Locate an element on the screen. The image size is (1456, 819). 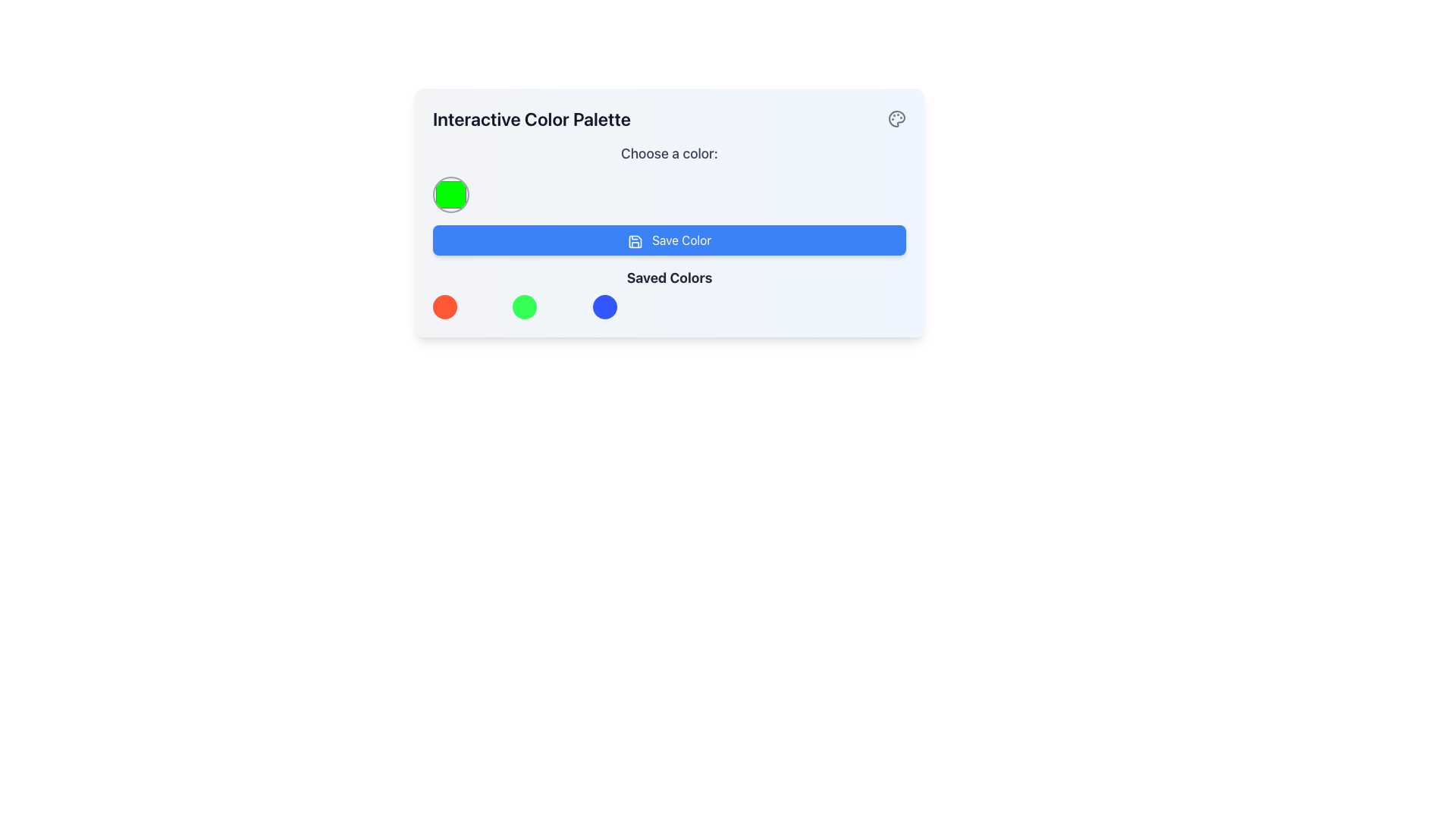
the save icon located to the left of the text label within the 'Save Color' button, which serves as a visual indicator for the save functionality is located at coordinates (635, 240).